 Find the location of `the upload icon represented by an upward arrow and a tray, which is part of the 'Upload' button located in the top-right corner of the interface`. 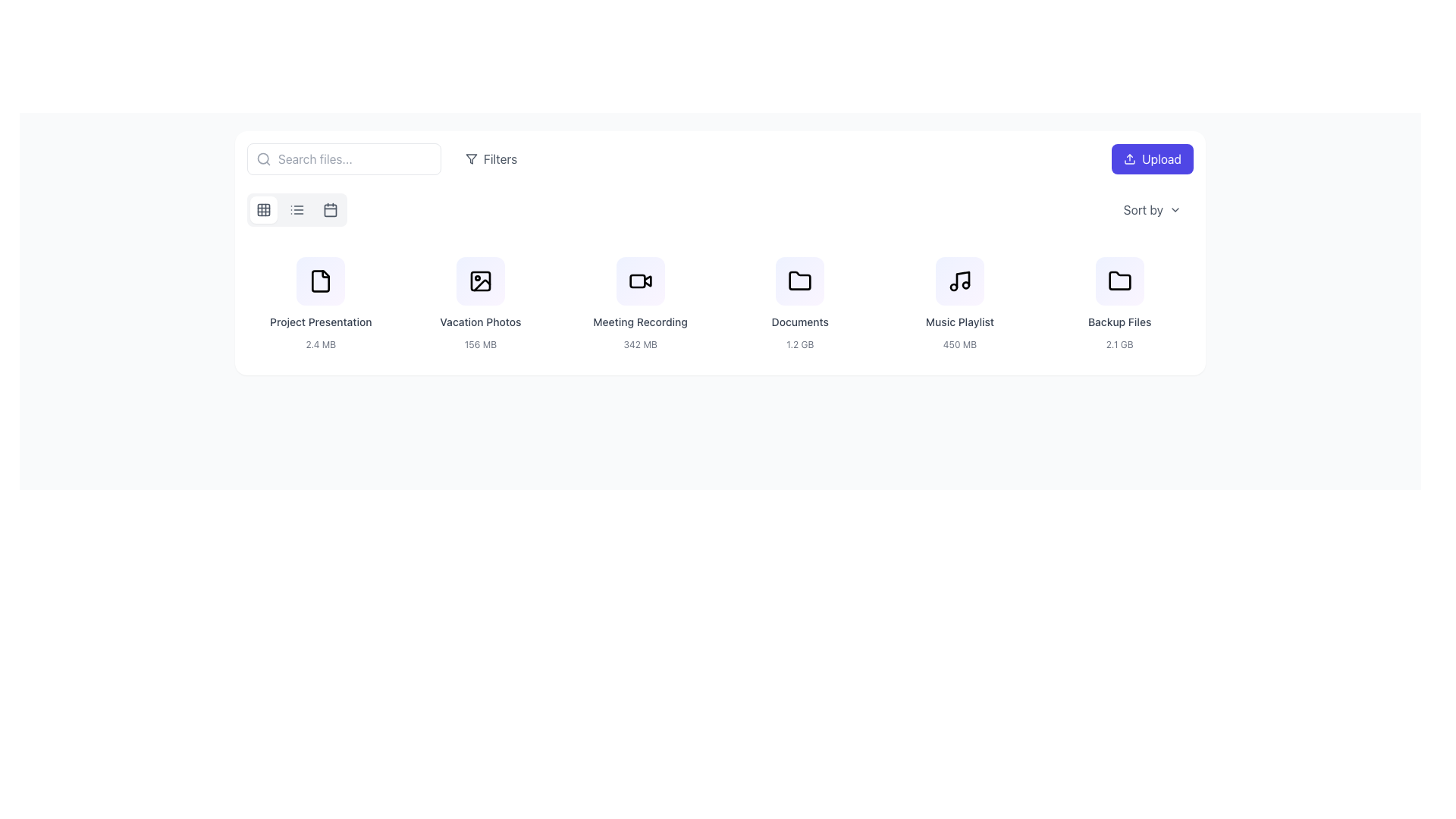

the upload icon represented by an upward arrow and a tray, which is part of the 'Upload' button located in the top-right corner of the interface is located at coordinates (1130, 158).